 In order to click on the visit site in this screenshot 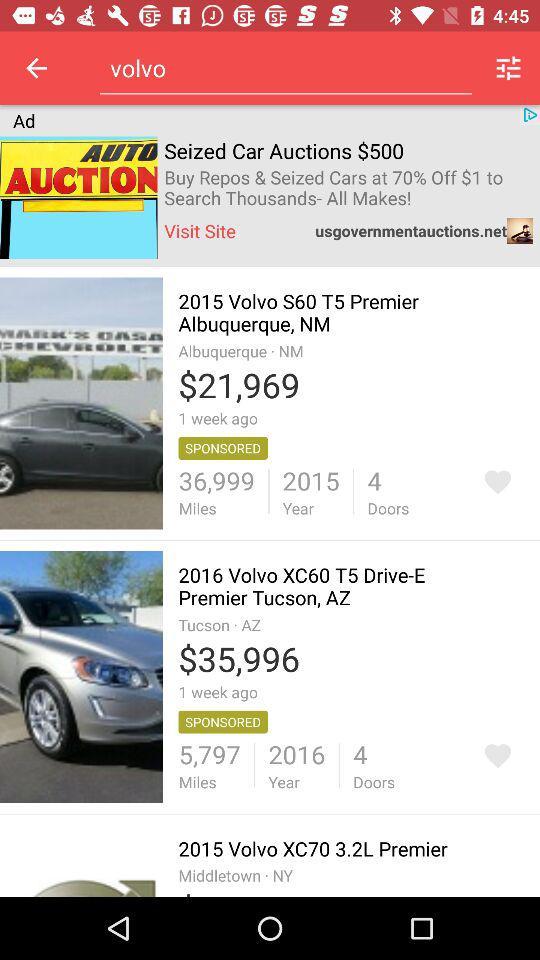, I will do `click(200, 230)`.